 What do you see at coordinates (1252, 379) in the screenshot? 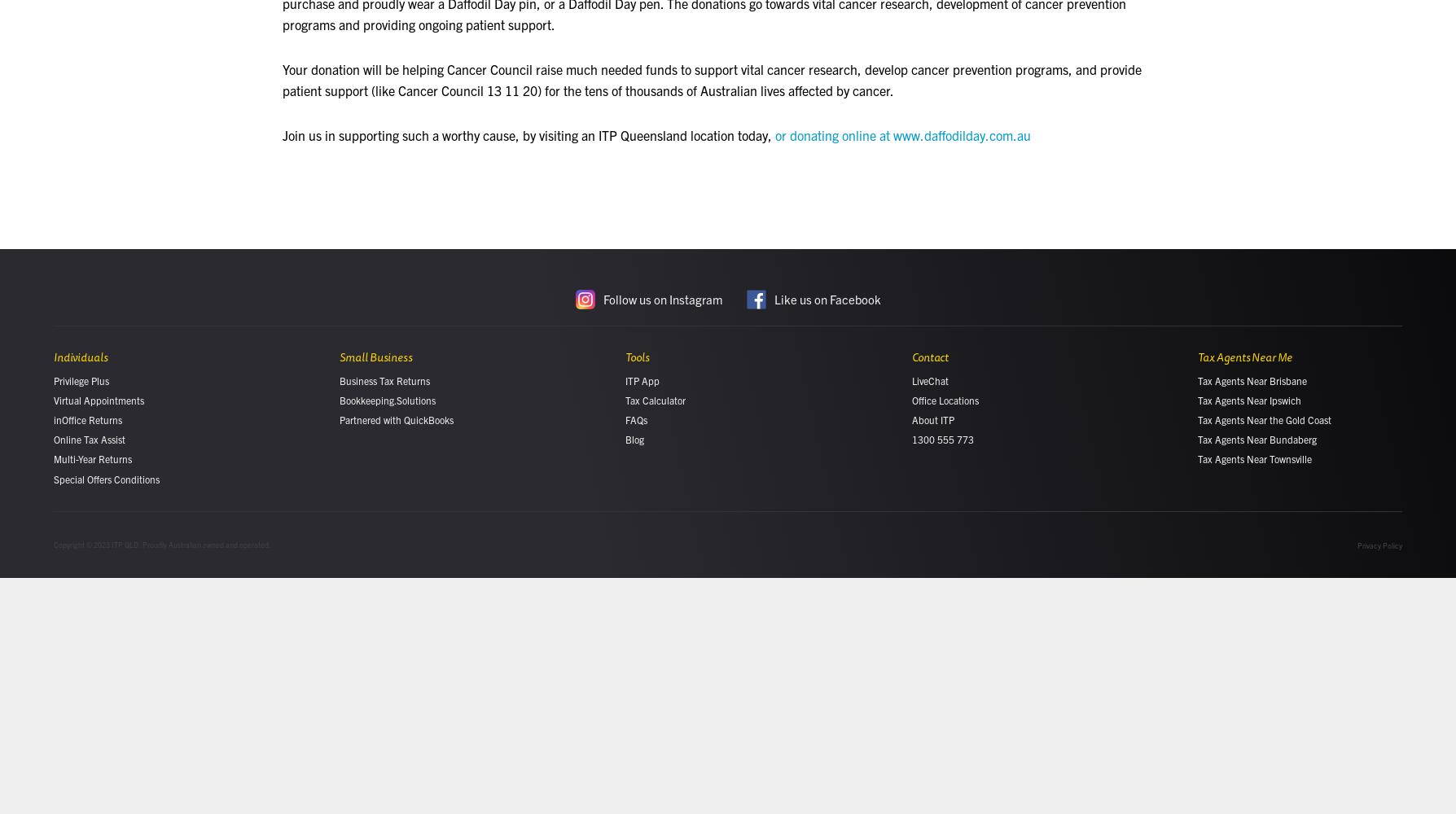
I see `'Tax Agents Near Brisbane'` at bounding box center [1252, 379].